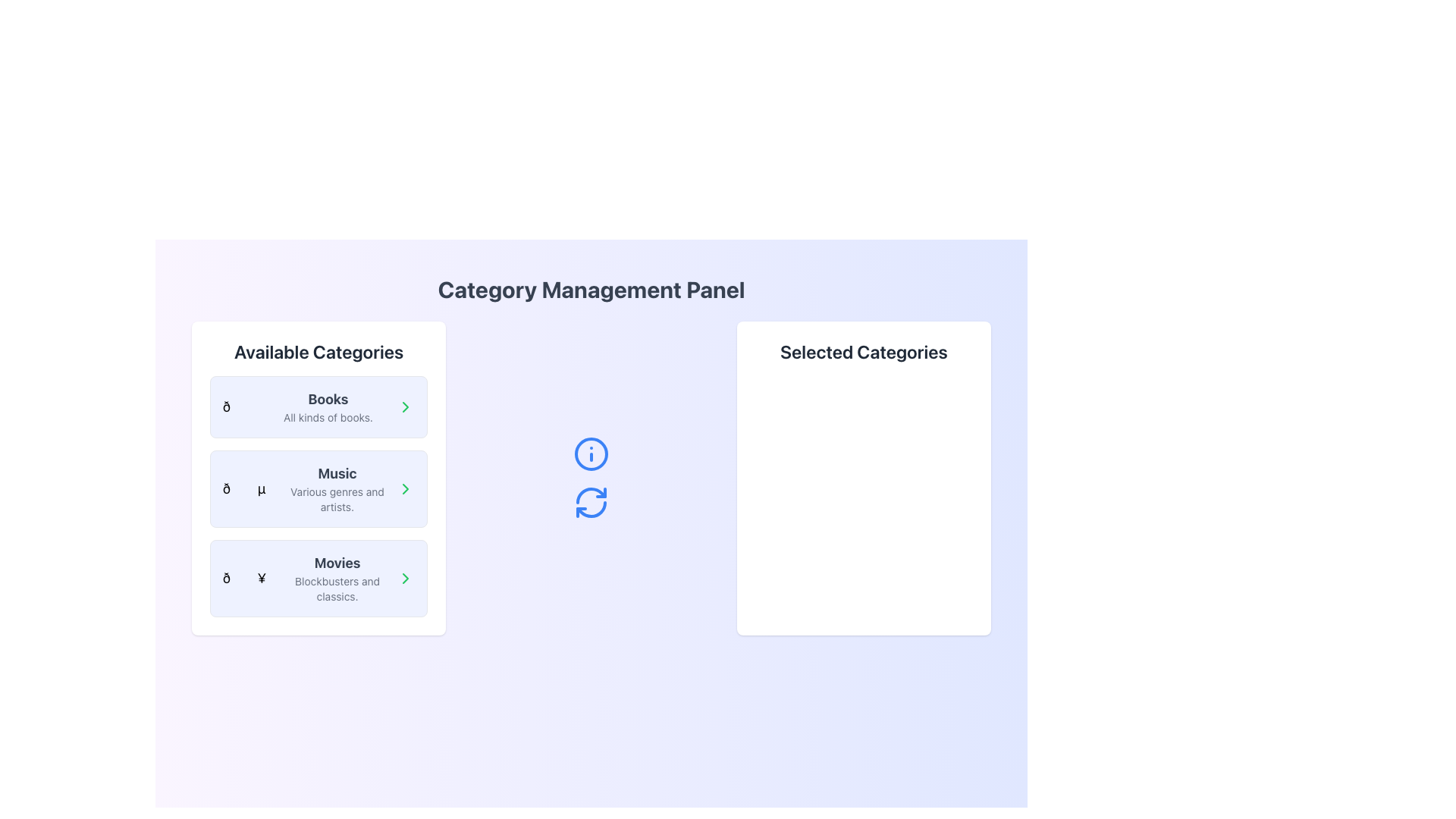  What do you see at coordinates (318, 351) in the screenshot?
I see `header titled 'Available Categories' located at the top of the left-side panel` at bounding box center [318, 351].